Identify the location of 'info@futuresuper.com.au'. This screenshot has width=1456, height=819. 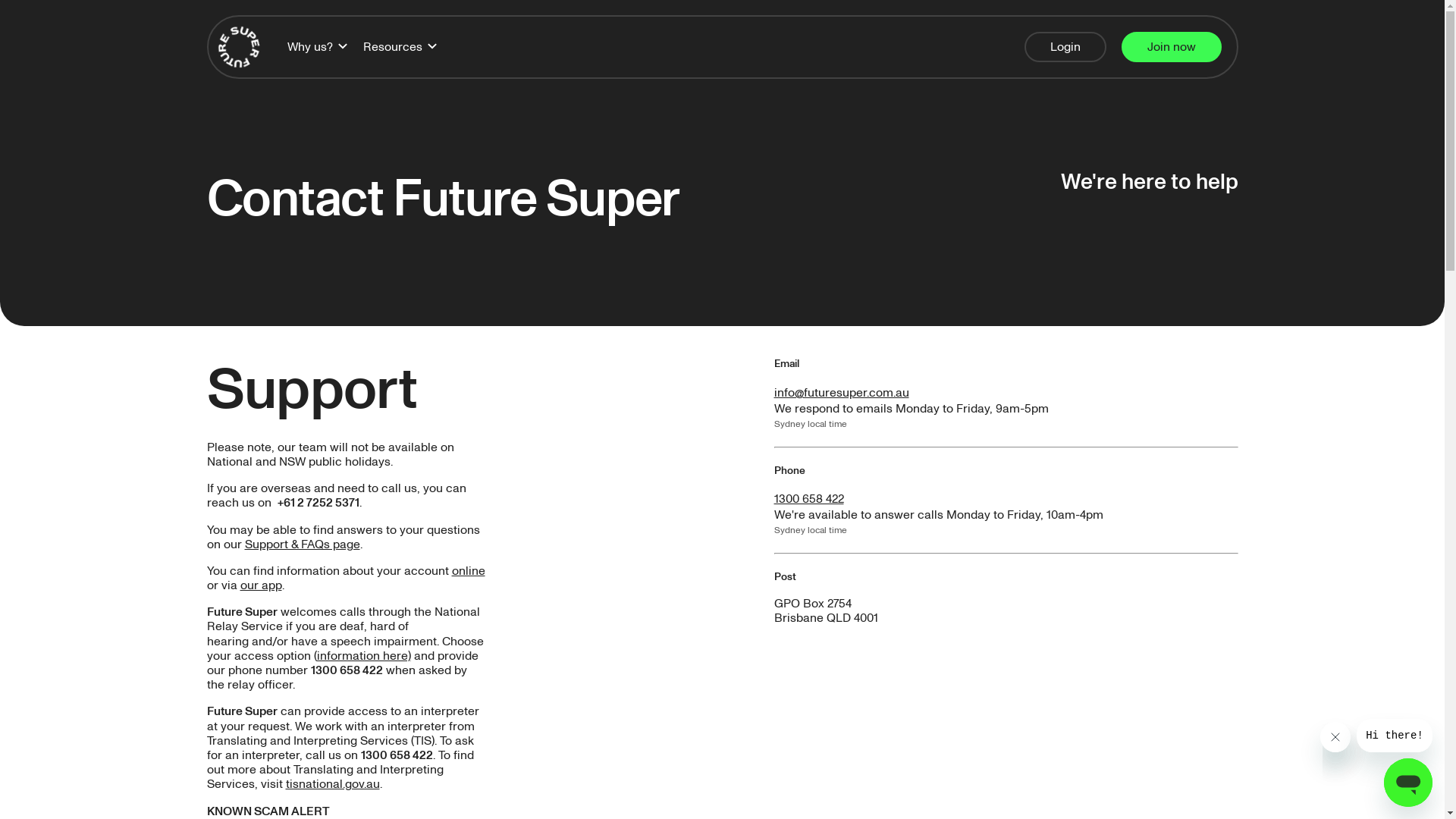
(839, 391).